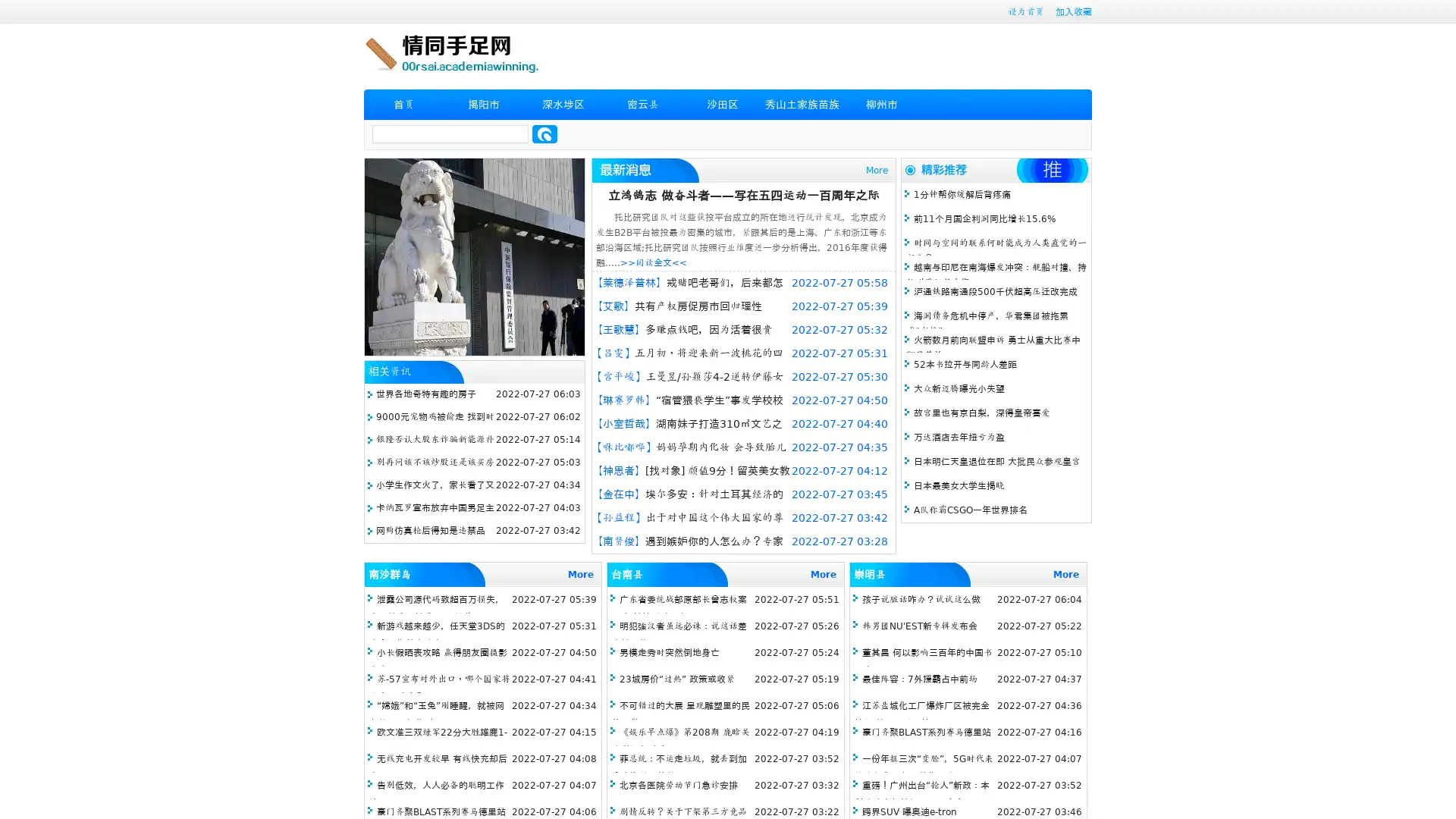 The image size is (1456, 819). Describe the element at coordinates (544, 133) in the screenshot. I see `Search` at that location.